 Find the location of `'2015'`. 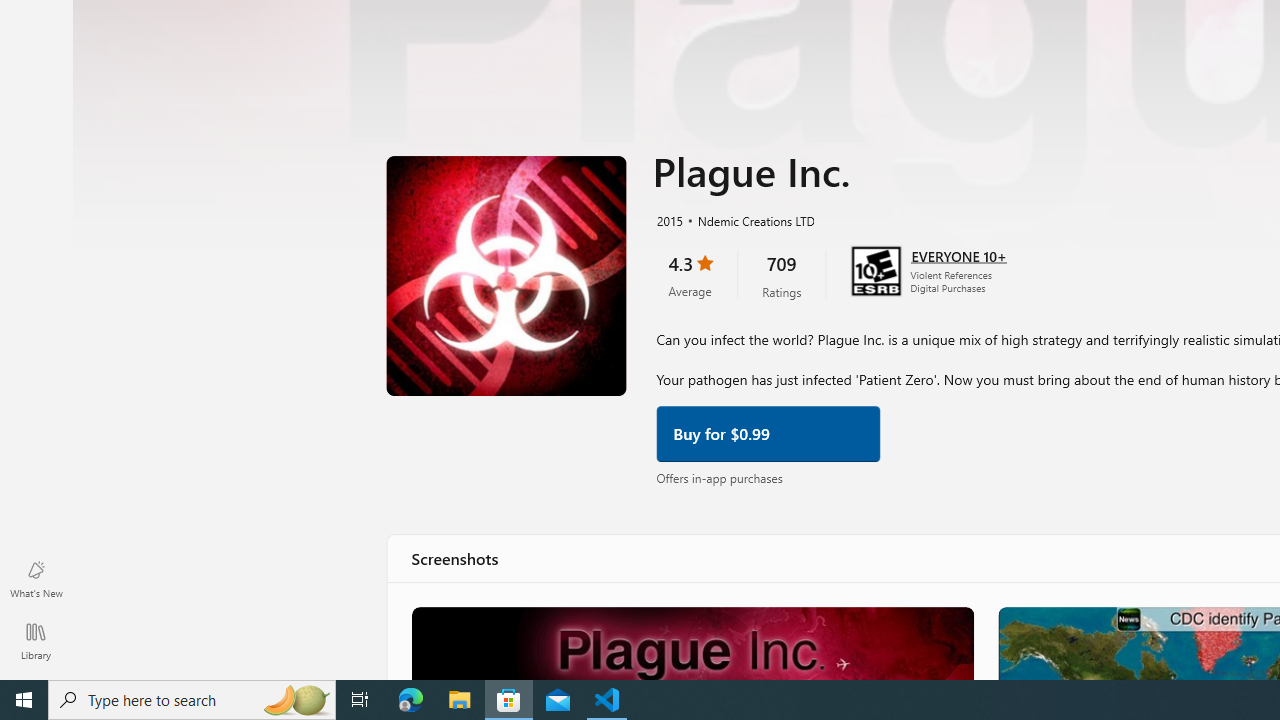

'2015' is located at coordinates (668, 219).